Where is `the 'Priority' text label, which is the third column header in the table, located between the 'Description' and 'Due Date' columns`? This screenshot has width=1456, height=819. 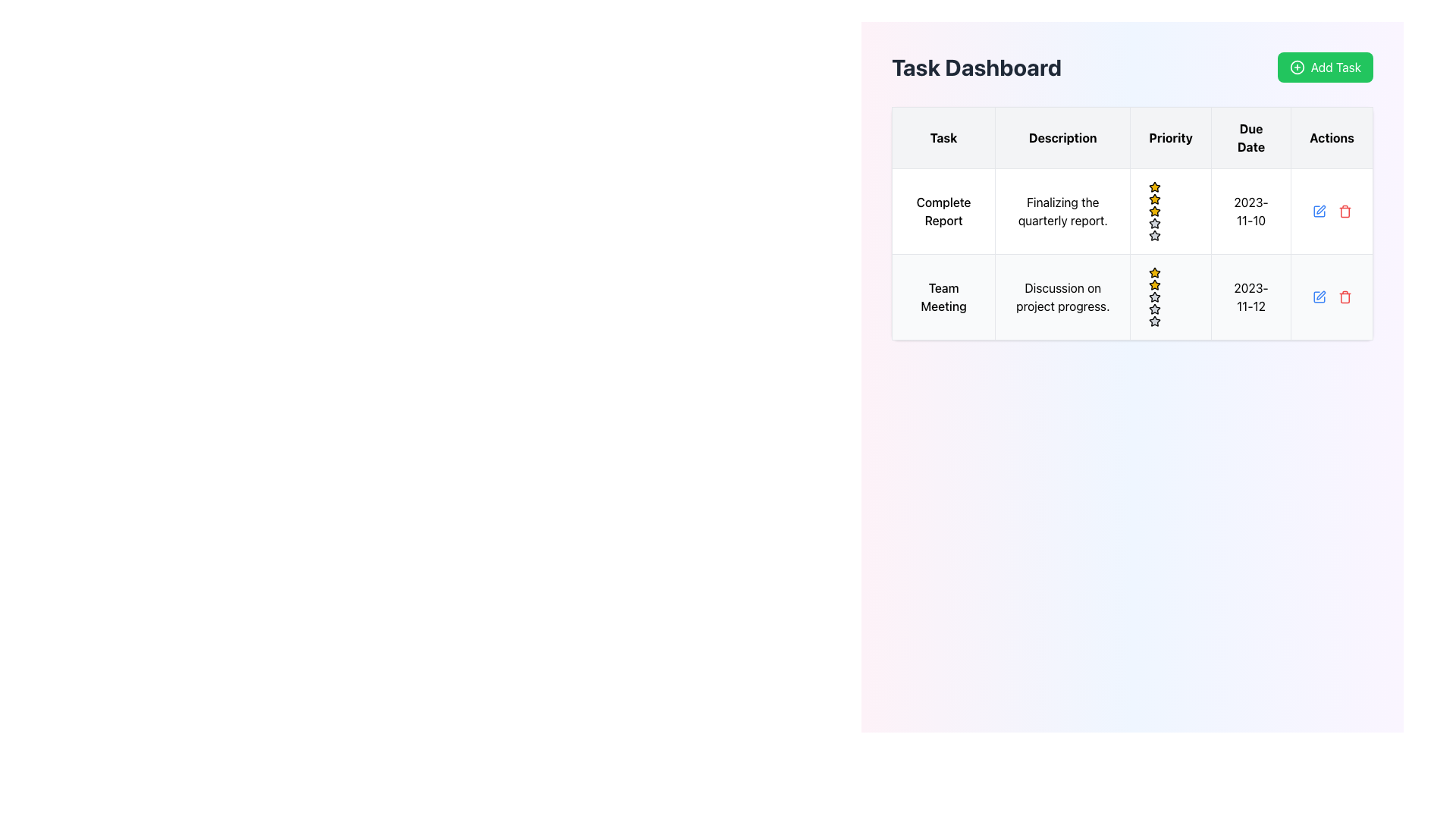 the 'Priority' text label, which is the third column header in the table, located between the 'Description' and 'Due Date' columns is located at coordinates (1170, 137).